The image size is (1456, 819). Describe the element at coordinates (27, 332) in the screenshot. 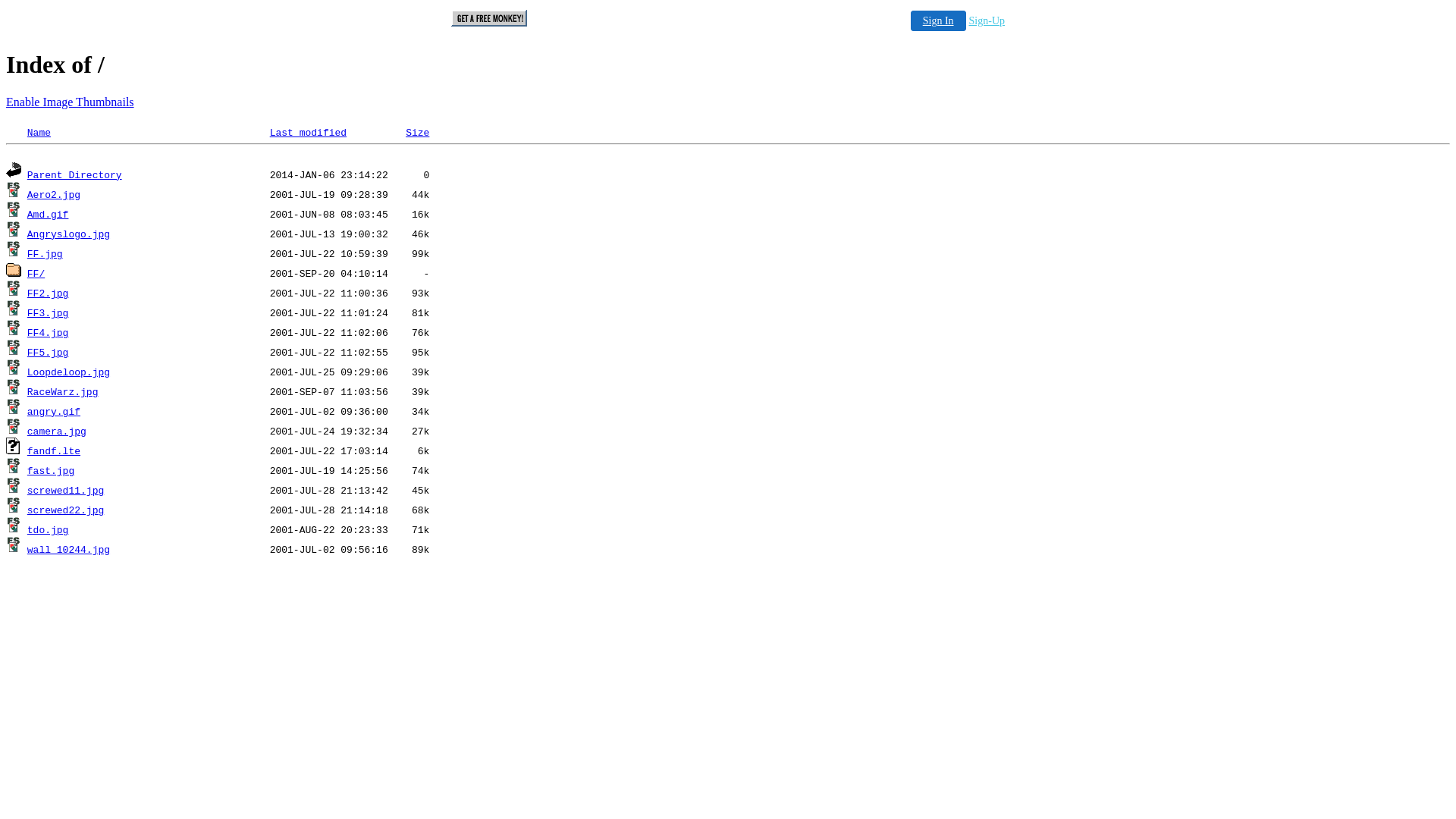

I see `'FF4.jpg'` at that location.